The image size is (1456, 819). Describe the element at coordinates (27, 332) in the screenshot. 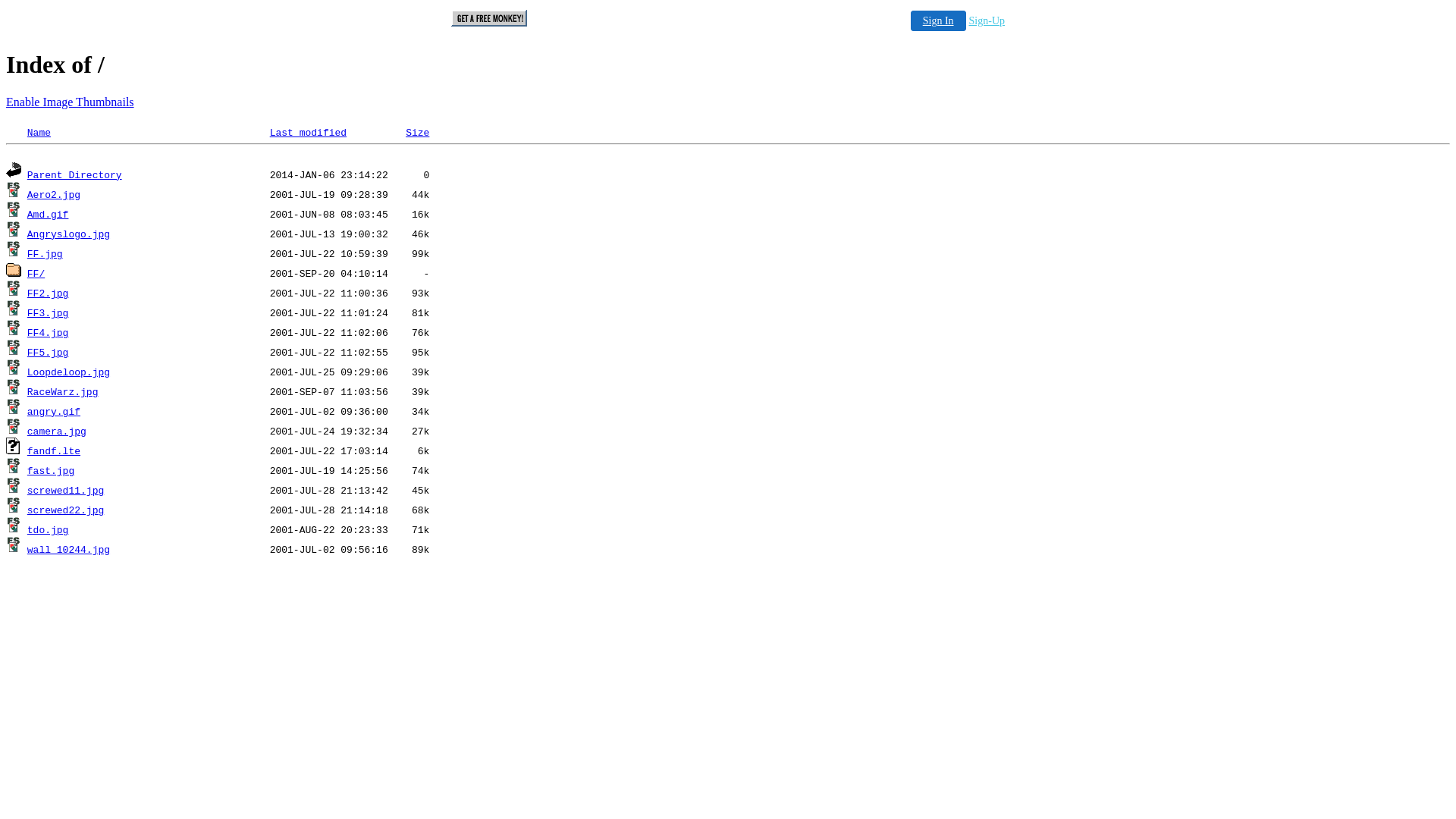

I see `'FF4.jpg'` at that location.